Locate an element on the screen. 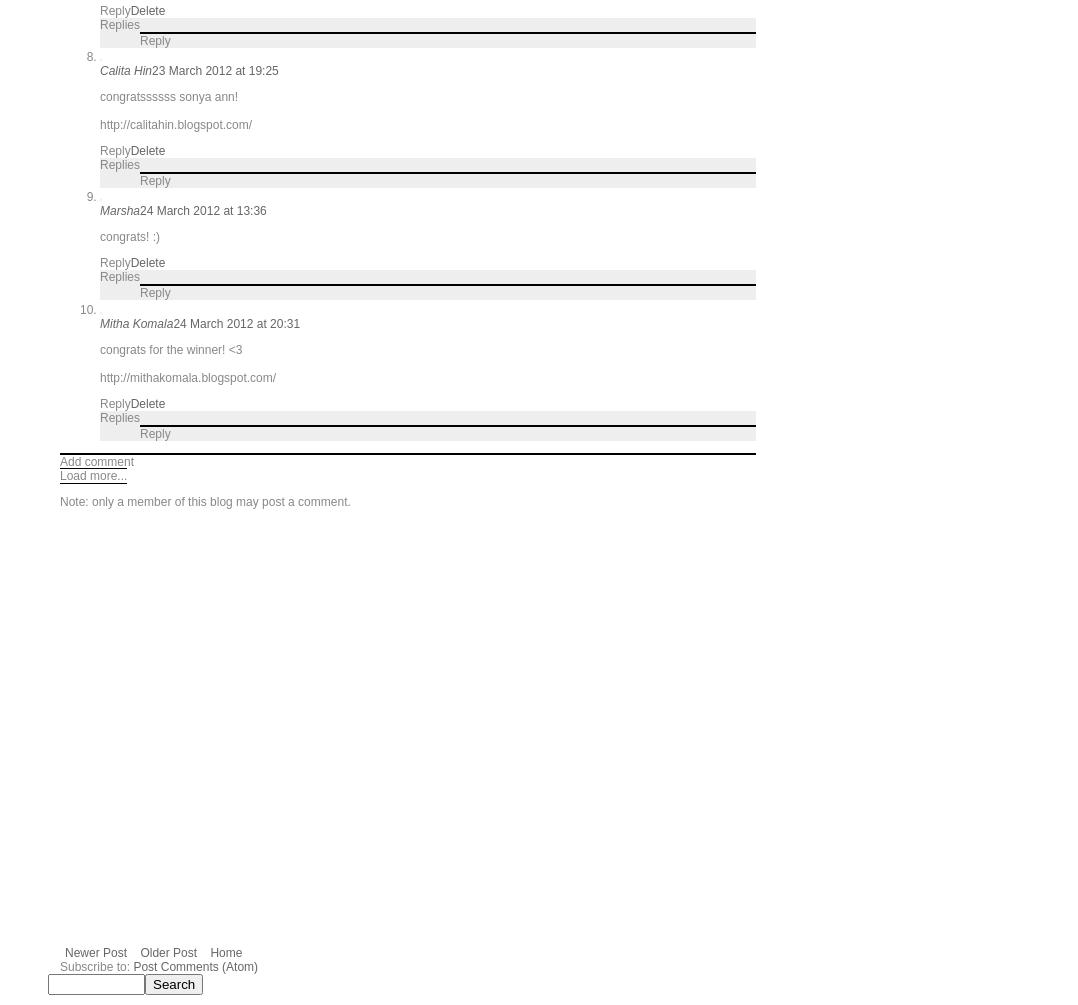  'Post Comments (Atom)' is located at coordinates (133, 965).